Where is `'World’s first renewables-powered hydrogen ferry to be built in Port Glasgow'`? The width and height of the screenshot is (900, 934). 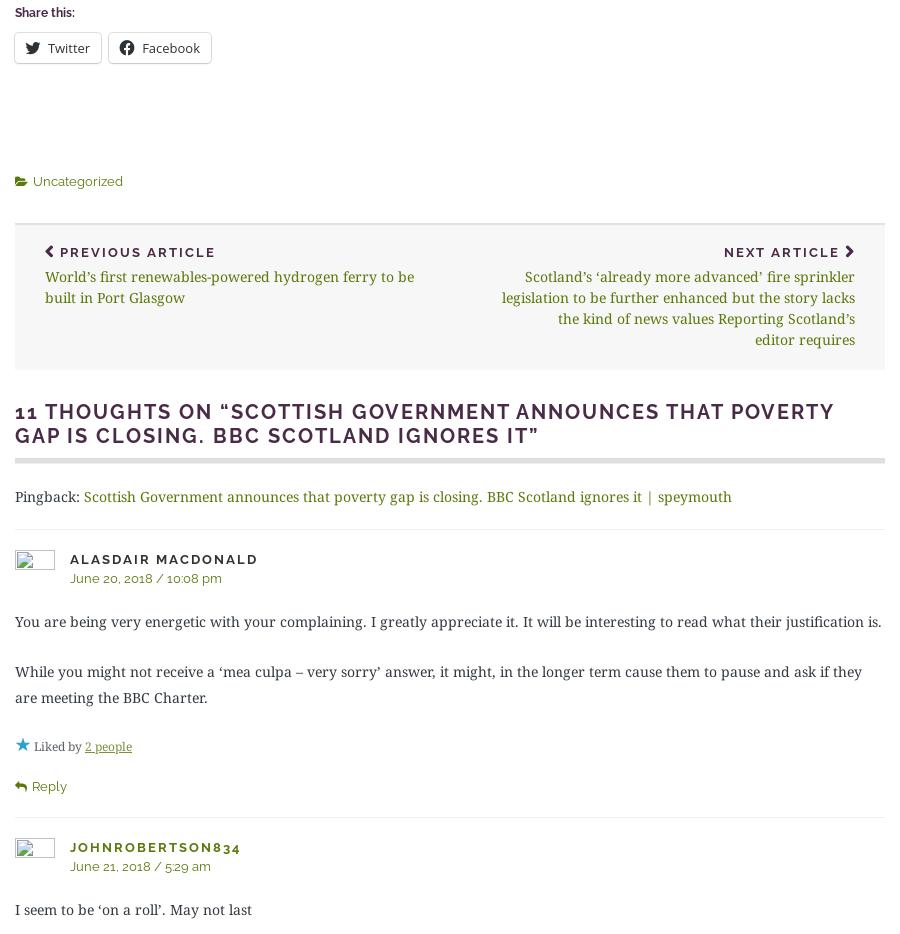 'World’s first renewables-powered hydrogen ferry to be built in Port Glasgow' is located at coordinates (228, 284).